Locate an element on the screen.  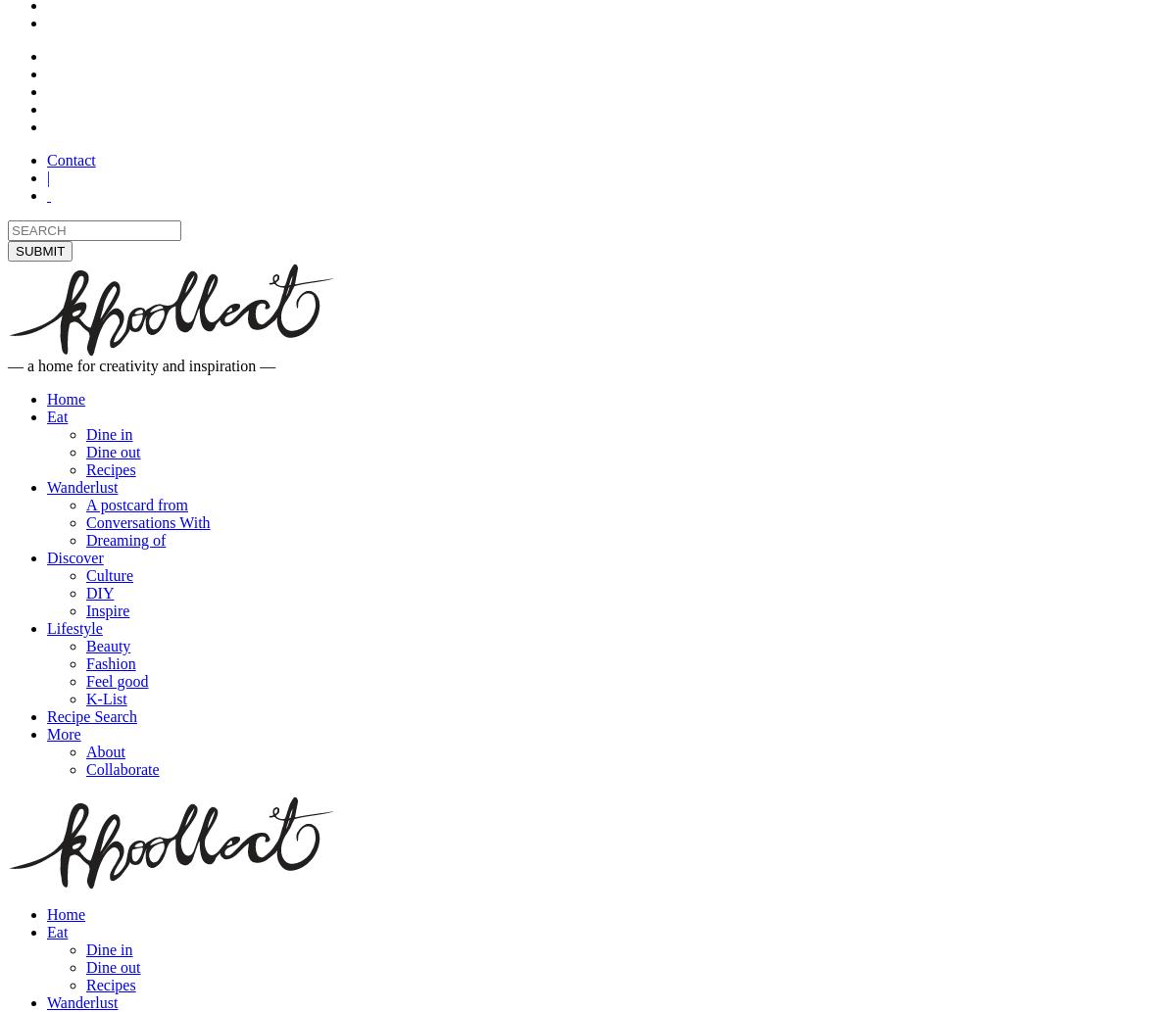
'Conversations With' is located at coordinates (85, 521).